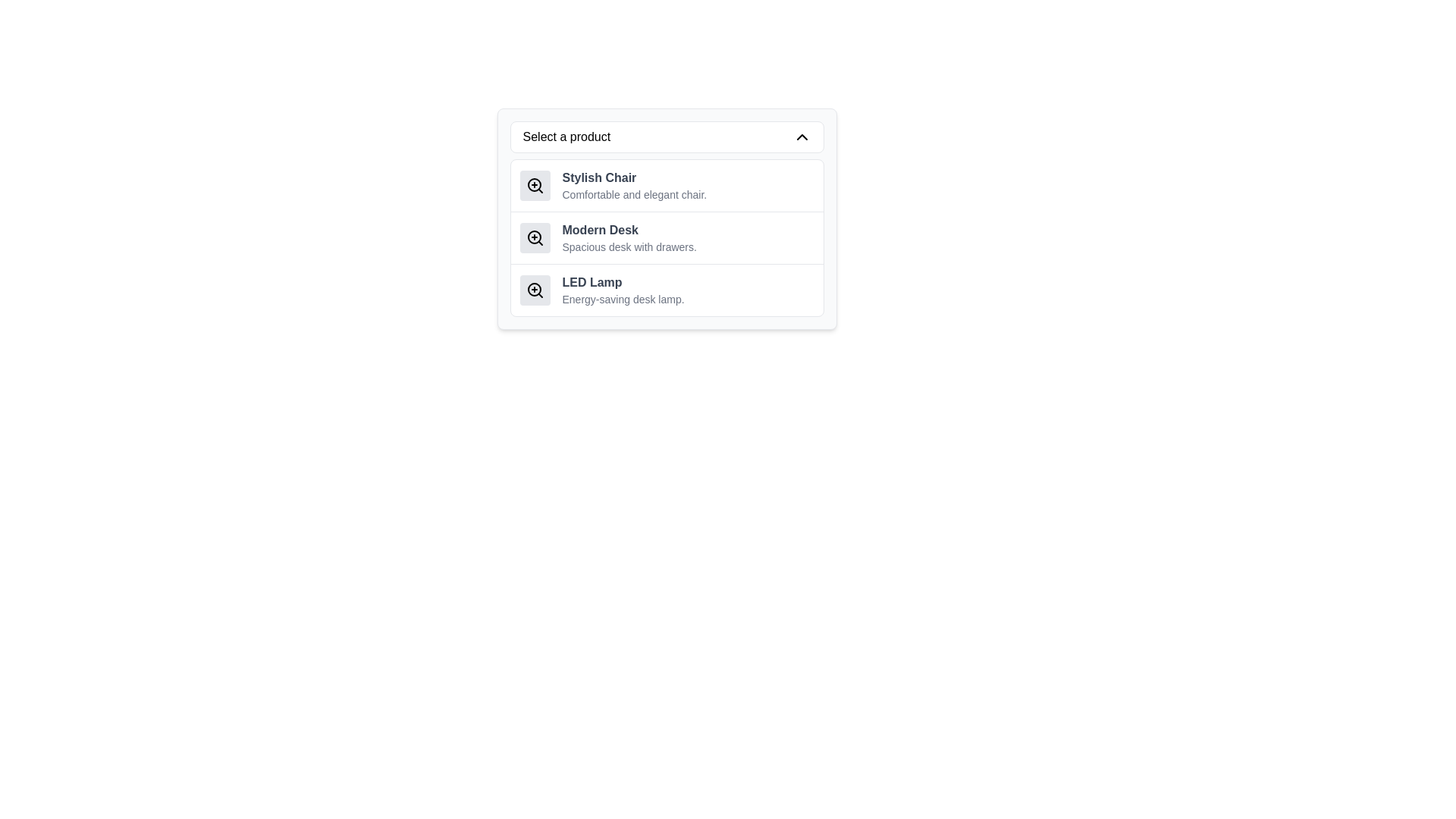  I want to click on the text element titled 'Stylish Chair' which includes a description underneath, located directly below the section header 'Select a product', so click(634, 185).